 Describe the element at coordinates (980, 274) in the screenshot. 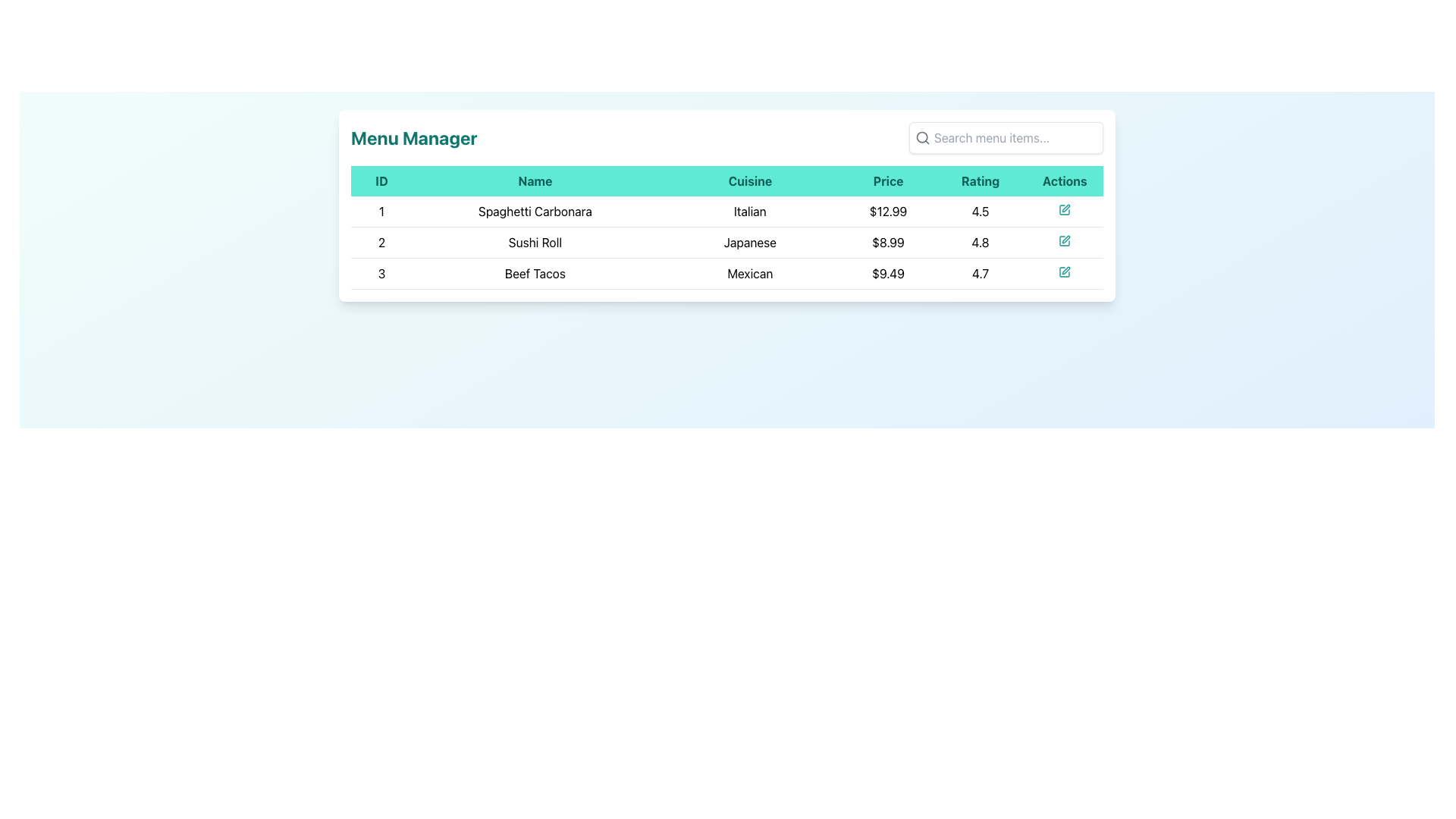

I see `the static text element displaying the rating value '4.7' for 'Beef Tacos' in the 'Rating' column of the table` at that location.